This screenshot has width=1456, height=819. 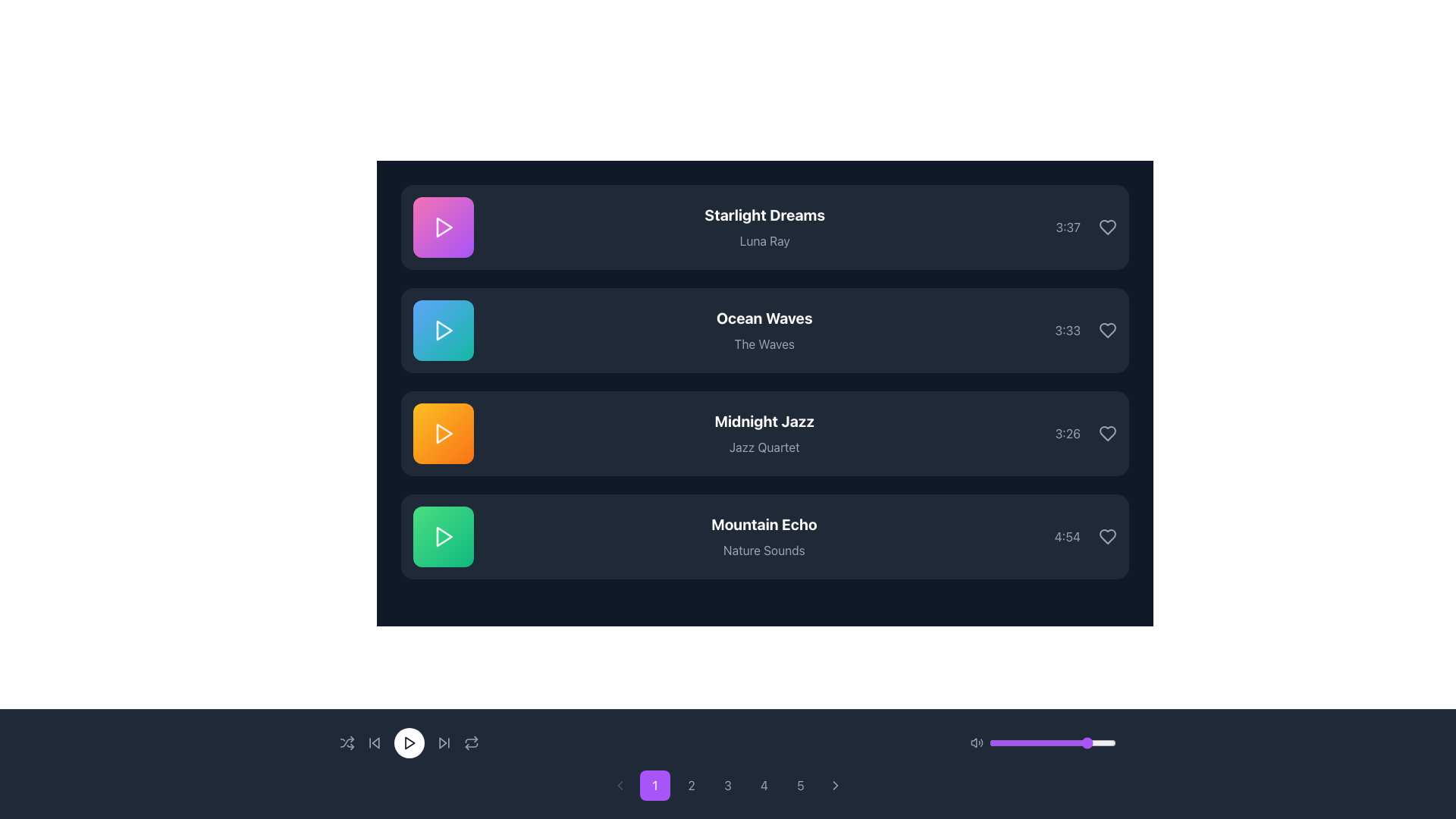 What do you see at coordinates (1084, 742) in the screenshot?
I see `the volume` at bounding box center [1084, 742].